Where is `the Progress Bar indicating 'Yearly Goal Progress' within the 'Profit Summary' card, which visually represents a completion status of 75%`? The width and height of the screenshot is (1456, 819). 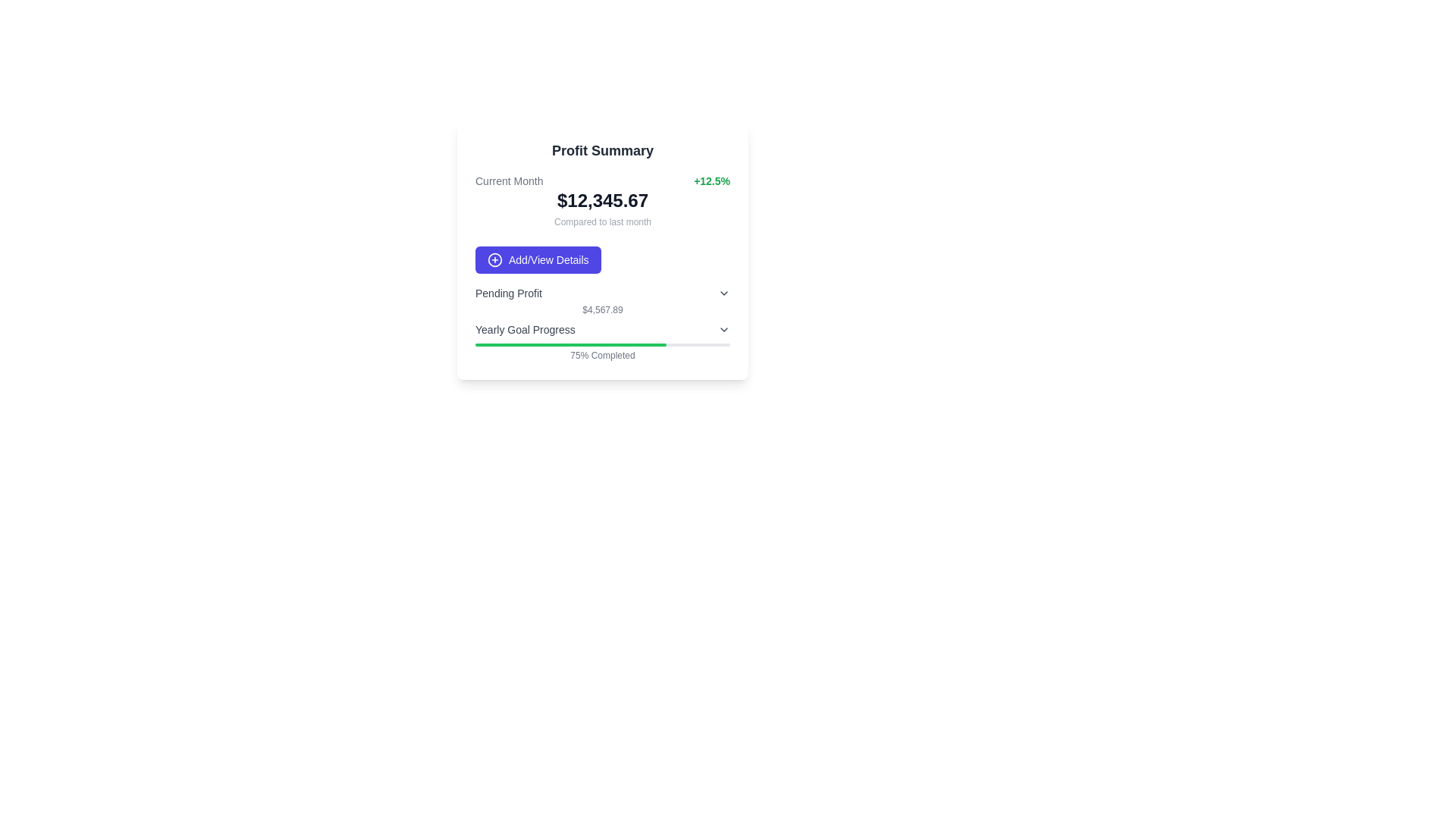
the Progress Bar indicating 'Yearly Goal Progress' within the 'Profit Summary' card, which visually represents a completion status of 75% is located at coordinates (602, 345).